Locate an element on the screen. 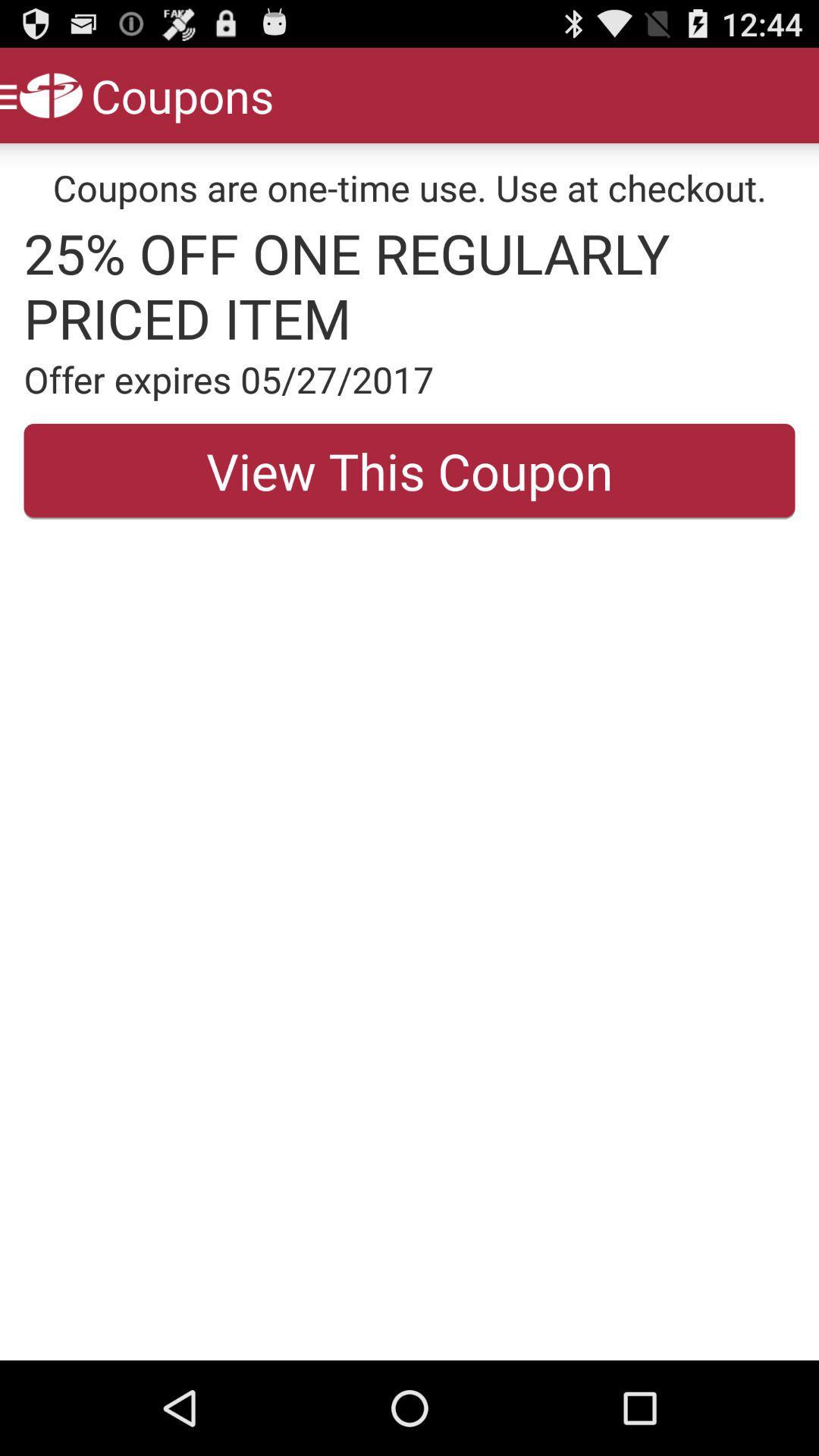 Image resolution: width=819 pixels, height=1456 pixels. the view this coupon button is located at coordinates (409, 470).